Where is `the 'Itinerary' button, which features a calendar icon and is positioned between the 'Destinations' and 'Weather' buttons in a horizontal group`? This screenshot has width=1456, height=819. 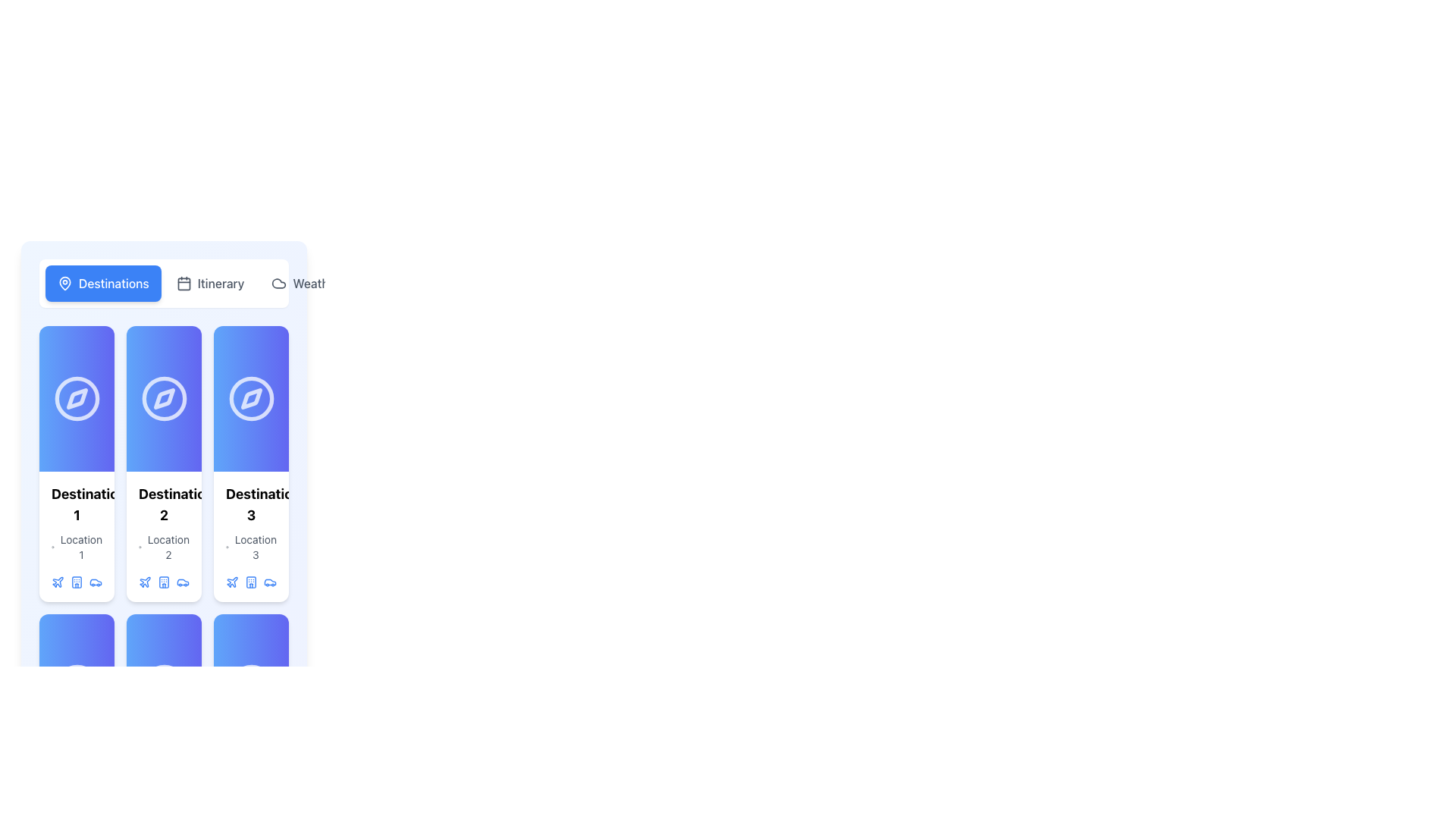
the 'Itinerary' button, which features a calendar icon and is positioned between the 'Destinations' and 'Weather' buttons in a horizontal group is located at coordinates (209, 284).